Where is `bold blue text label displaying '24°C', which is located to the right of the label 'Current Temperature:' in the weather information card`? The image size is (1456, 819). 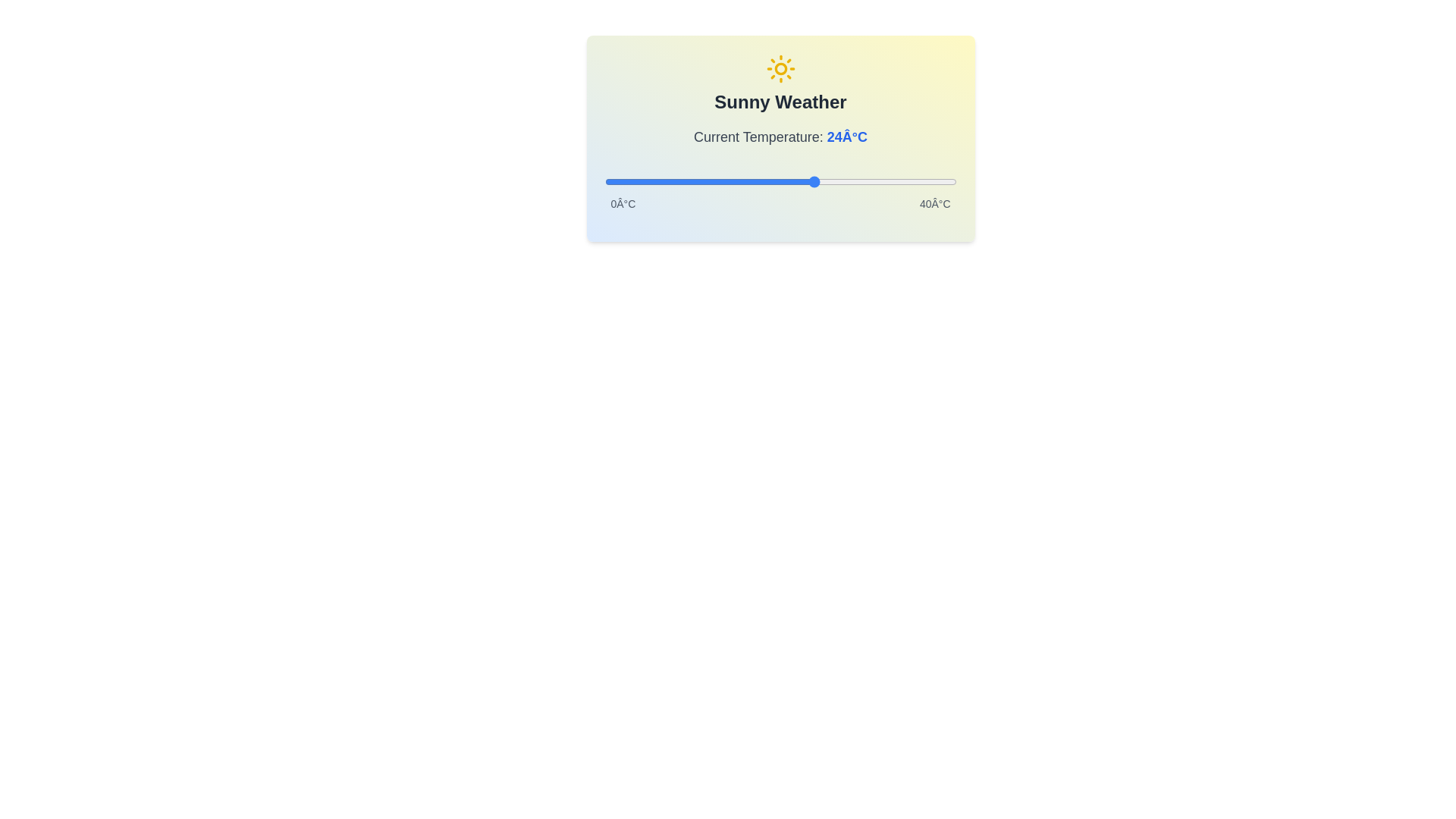
bold blue text label displaying '24°C', which is located to the right of the label 'Current Temperature:' in the weather information card is located at coordinates (846, 137).